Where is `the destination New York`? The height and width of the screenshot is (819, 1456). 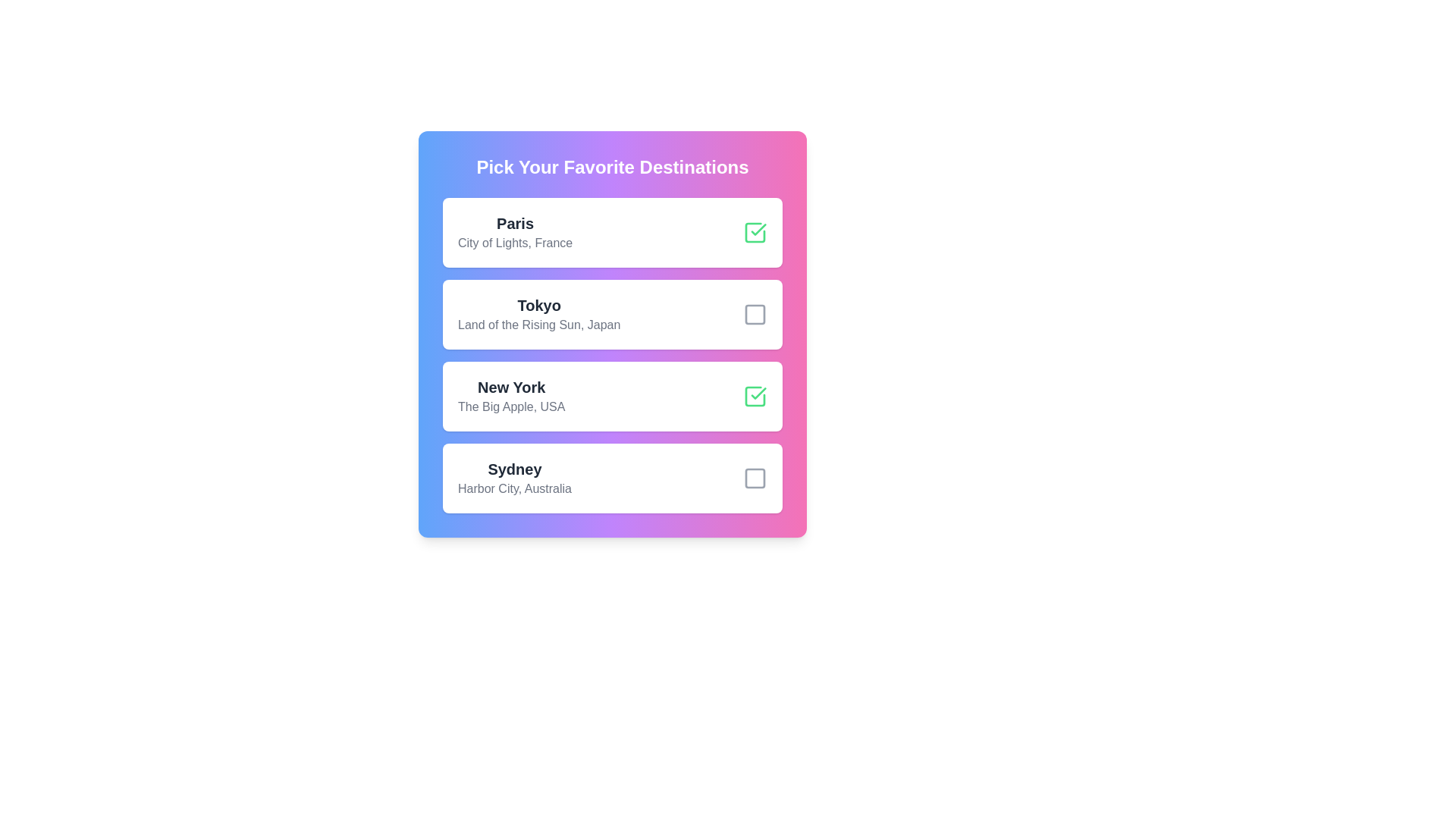
the destination New York is located at coordinates (755, 396).